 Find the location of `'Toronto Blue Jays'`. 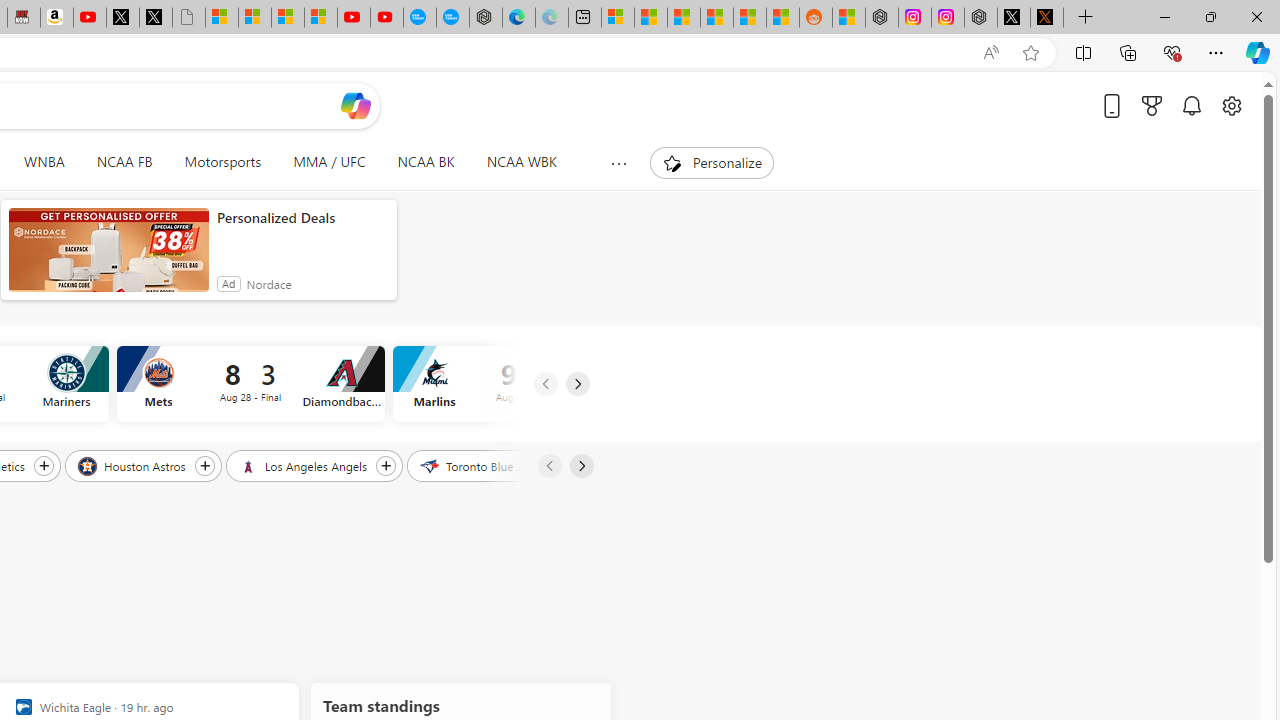

'Toronto Blue Jays' is located at coordinates (481, 465).